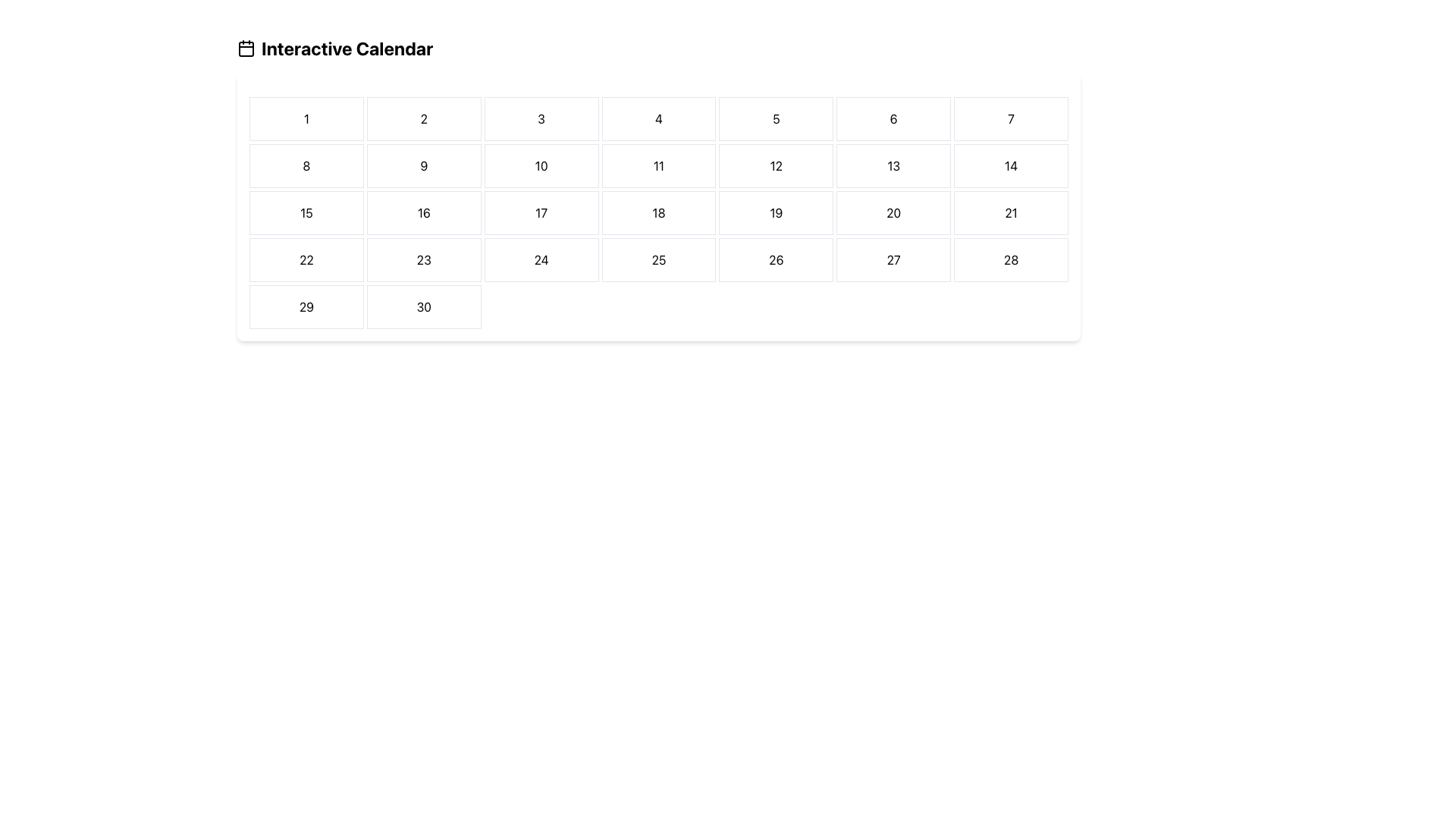 The height and width of the screenshot is (819, 1456). Describe the element at coordinates (776, 213) in the screenshot. I see `the Static Box with Text representing a date in the interactive calendar display located in the third row and fifth column of the grid` at that location.